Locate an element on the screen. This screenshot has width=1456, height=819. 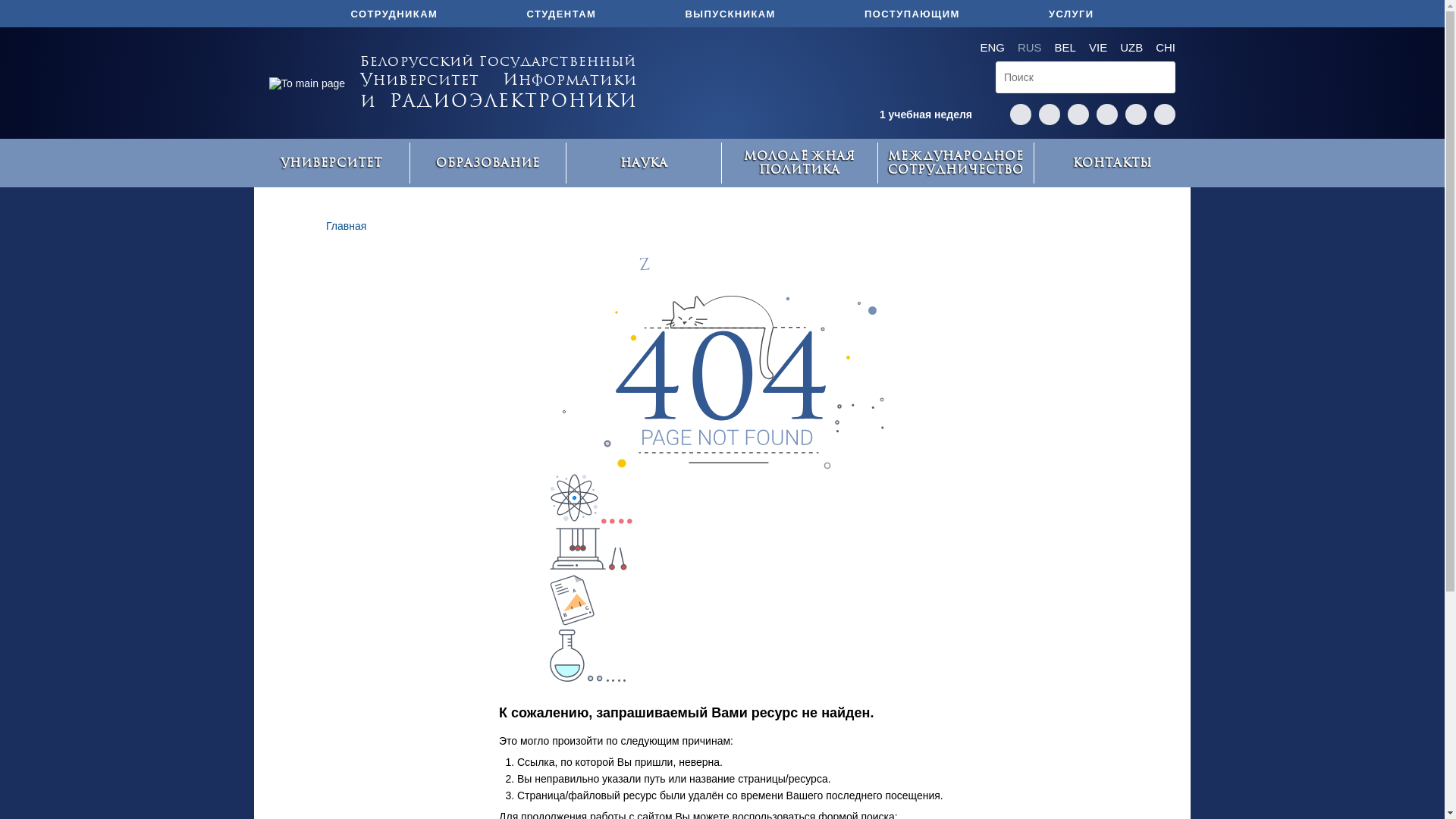
'ENG' is located at coordinates (992, 46).